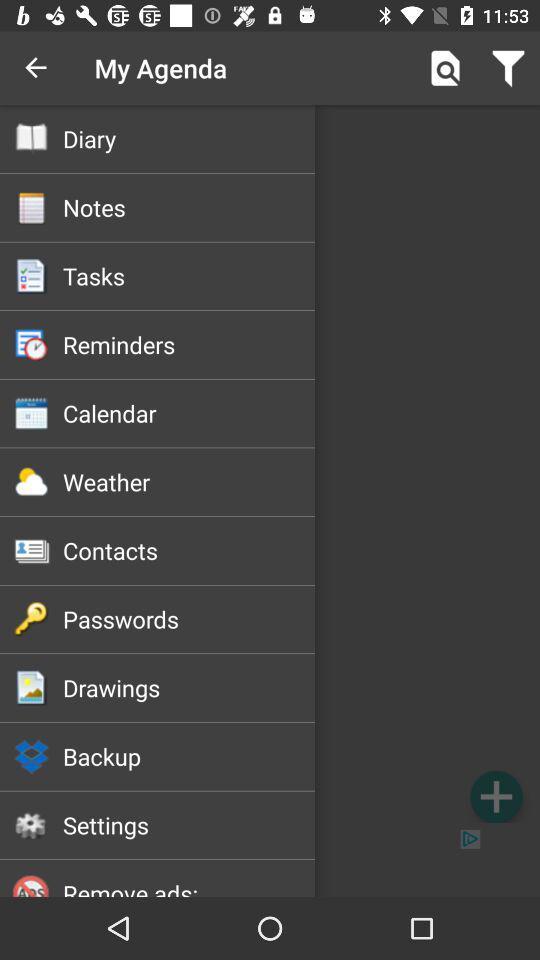  I want to click on the icon next to the backup, so click(495, 796).